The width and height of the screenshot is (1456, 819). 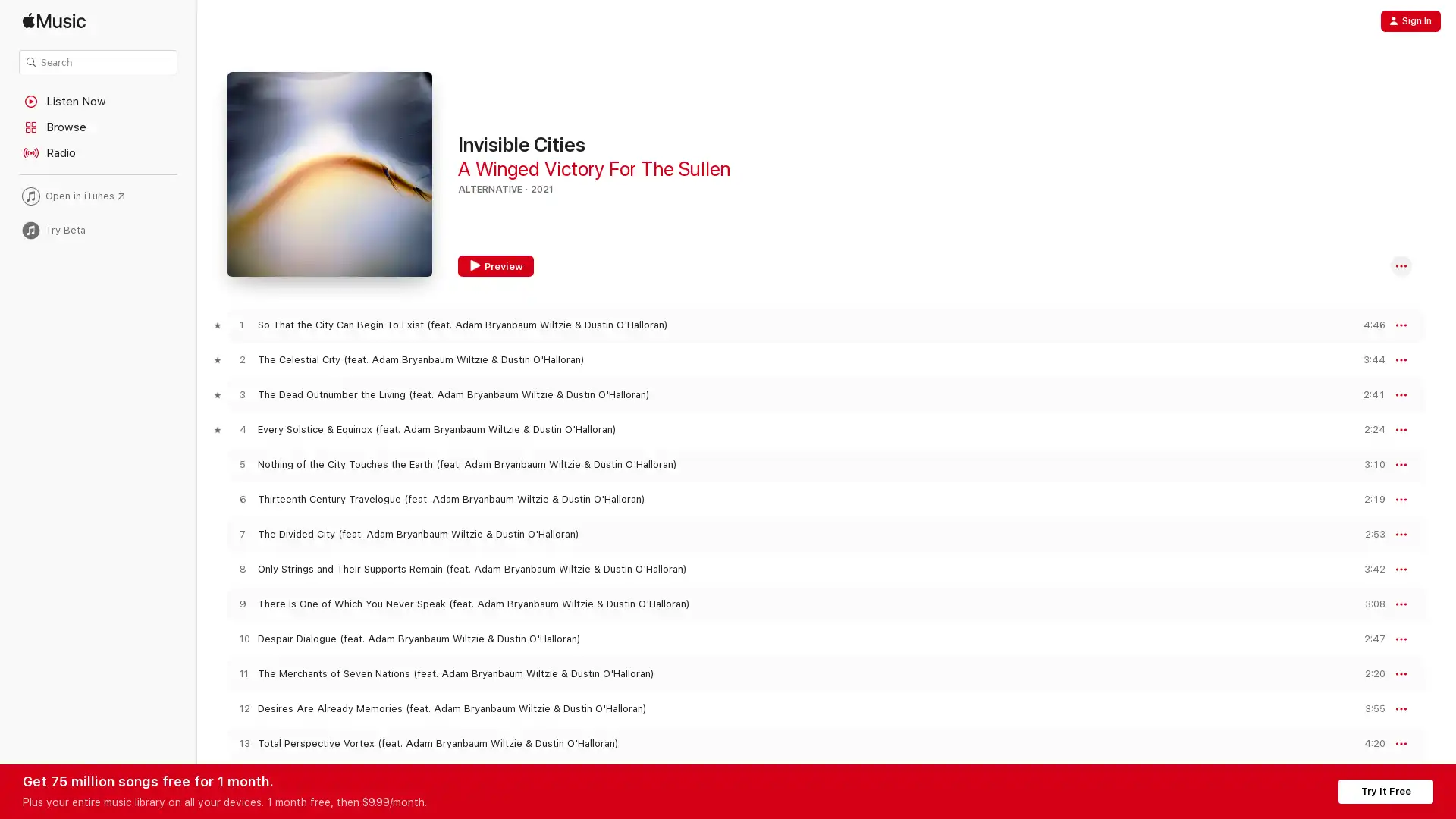 What do you see at coordinates (1368, 324) in the screenshot?
I see `Preview` at bounding box center [1368, 324].